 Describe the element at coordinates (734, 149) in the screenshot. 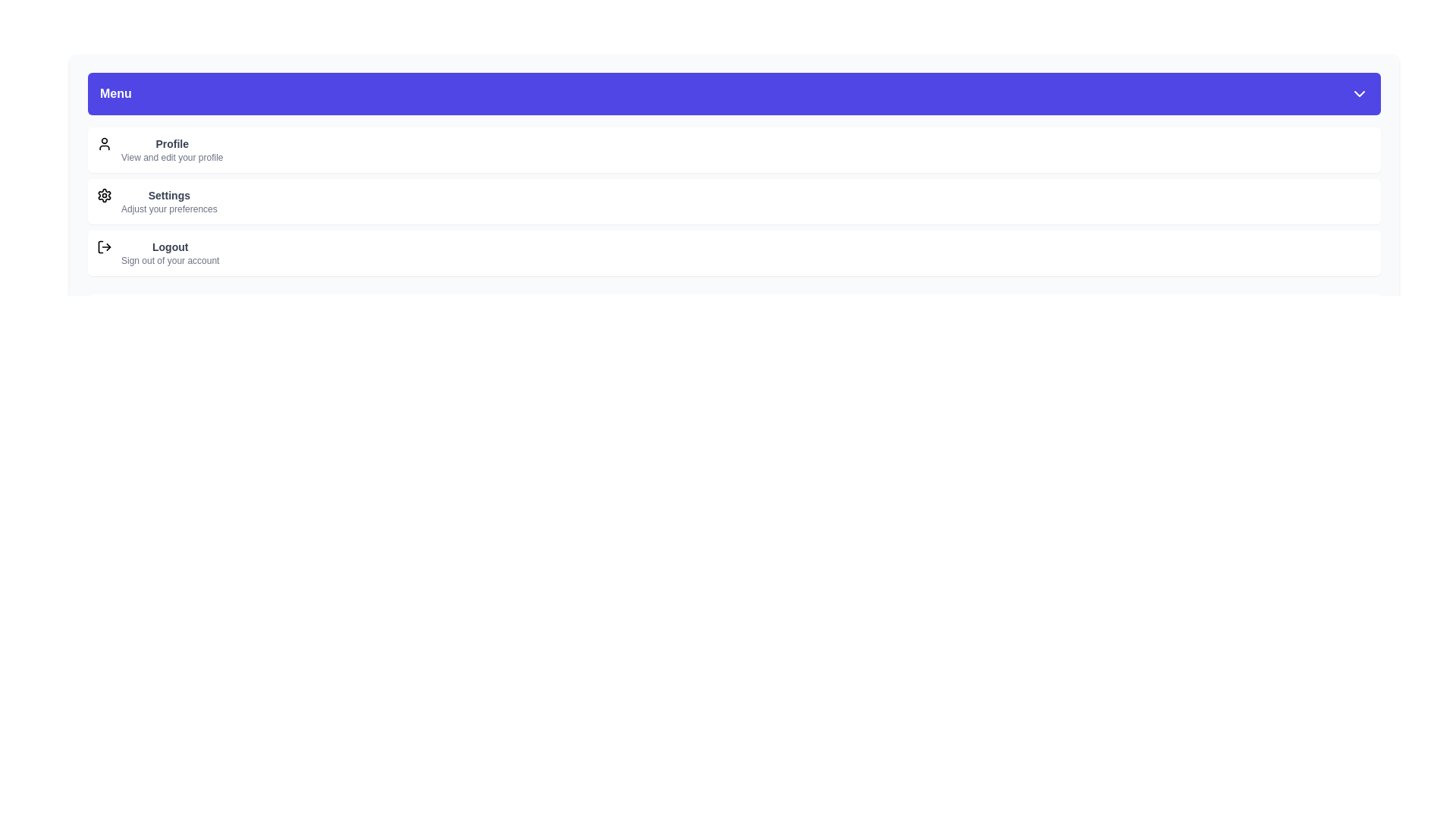

I see `the menu item labeled Profile to select it` at that location.